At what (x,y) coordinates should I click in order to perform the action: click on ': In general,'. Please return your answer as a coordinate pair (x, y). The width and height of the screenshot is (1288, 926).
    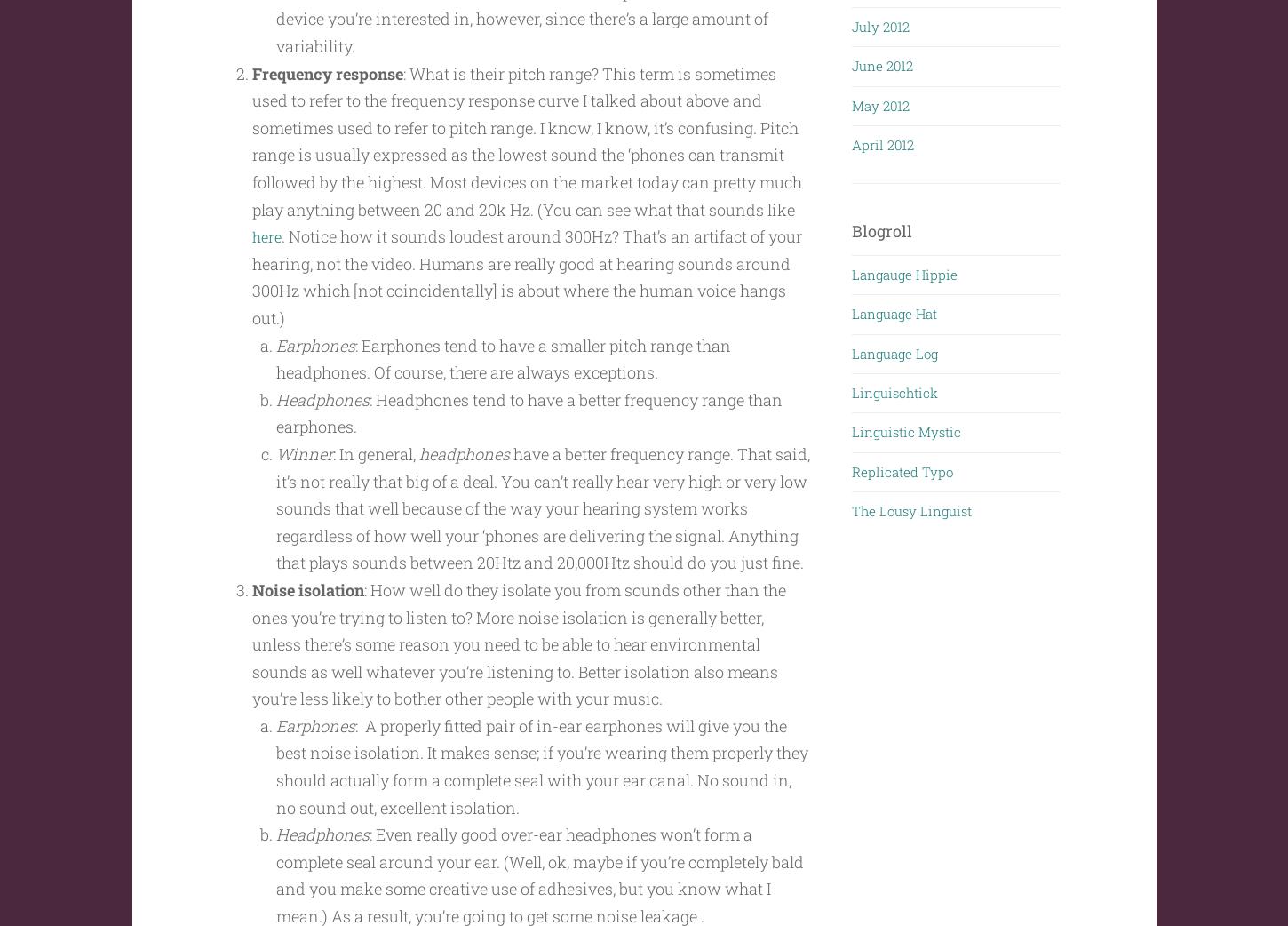
    Looking at the image, I should click on (374, 487).